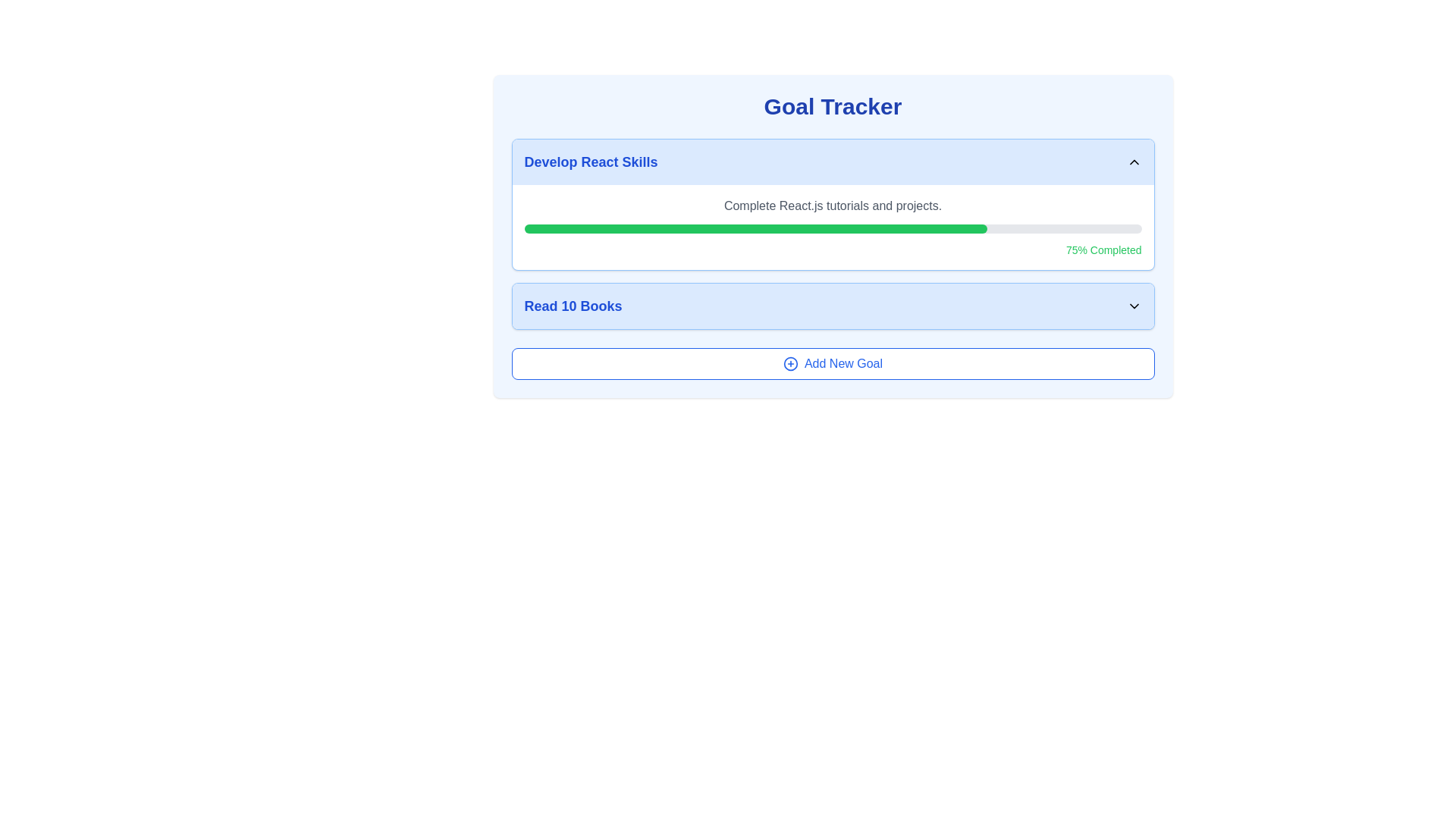  Describe the element at coordinates (832, 306) in the screenshot. I see `on the dropdown menu labeled 'Read 10 Books', which is the second item in the list` at that location.